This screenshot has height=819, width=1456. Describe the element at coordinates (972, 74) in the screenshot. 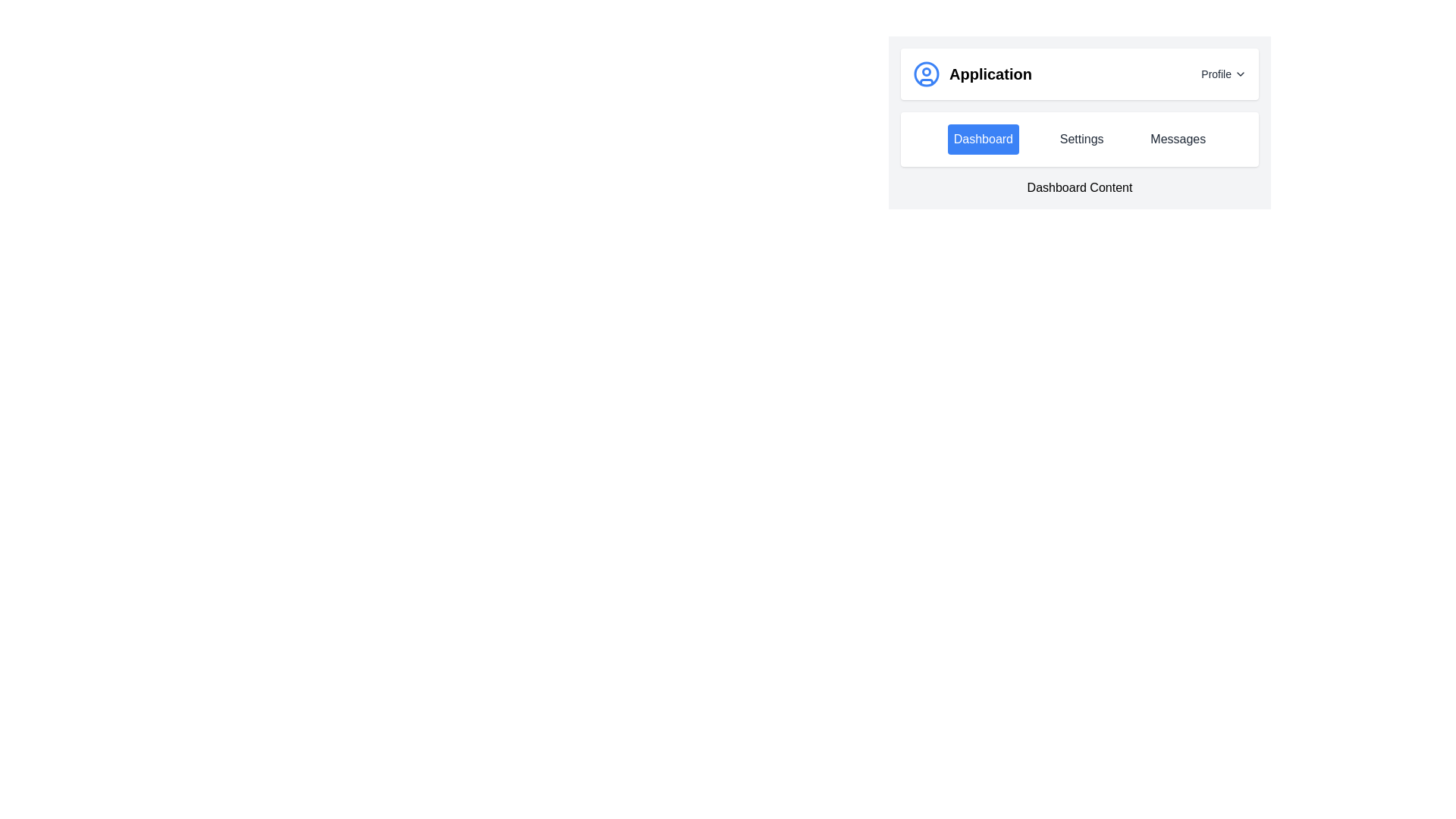

I see `the Label element displaying a blue user icon next to the bolded word 'Application' in large, black font, located at the top-left corner of the header section` at that location.